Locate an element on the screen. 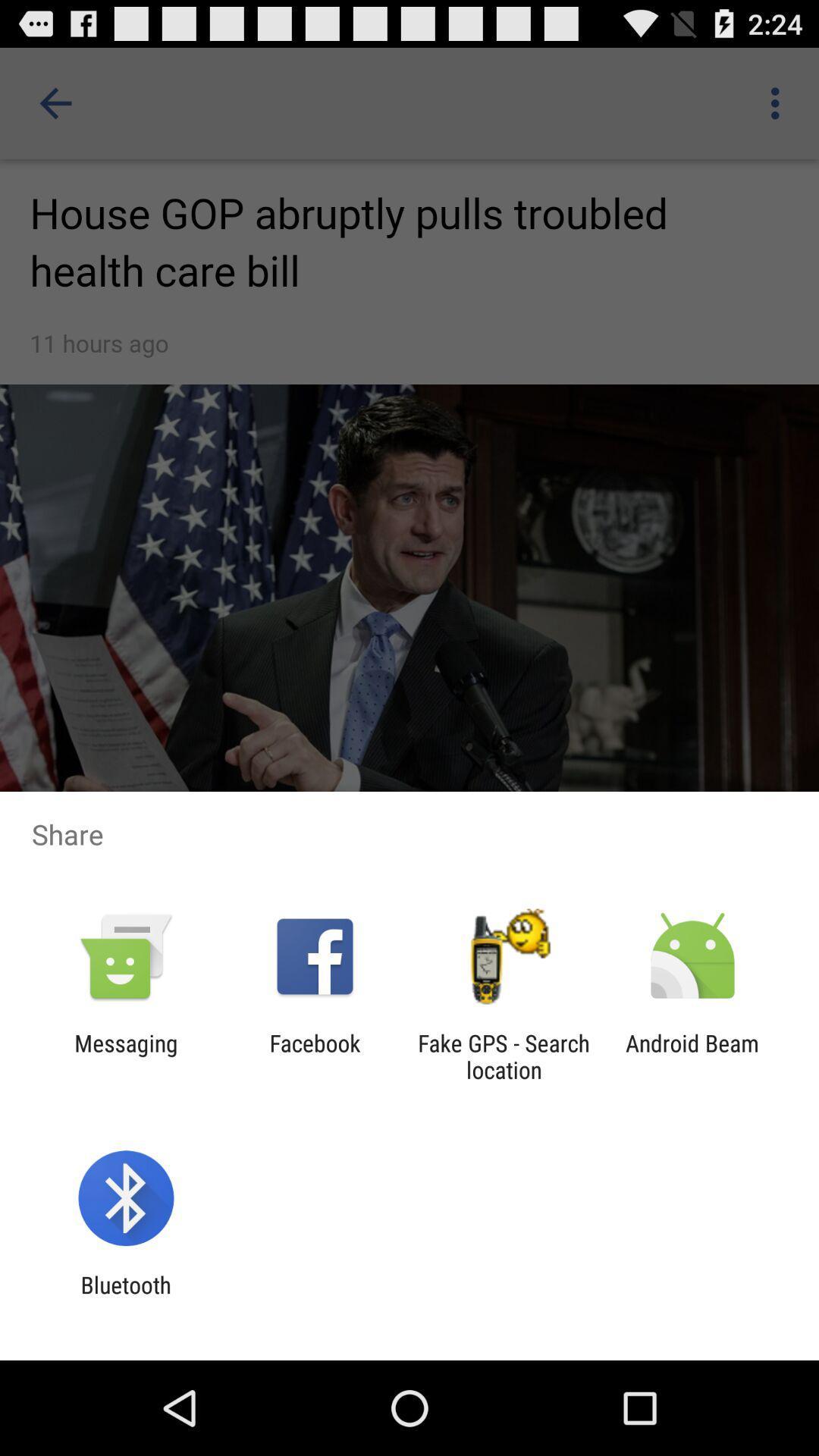  icon to the left of facebook icon is located at coordinates (125, 1056).